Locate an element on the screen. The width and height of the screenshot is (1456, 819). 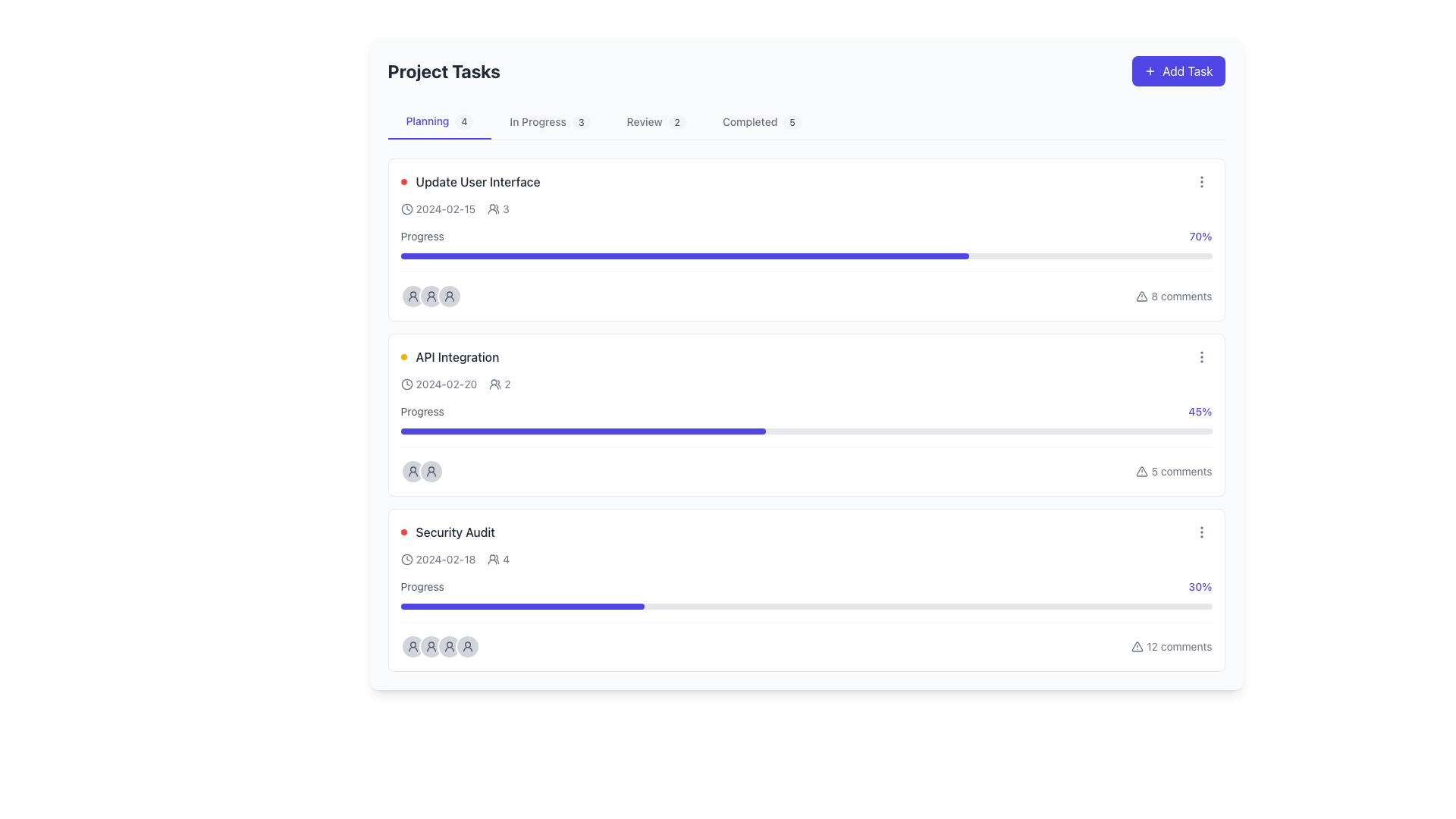
the 'Review' tab with a badge displaying the number '2' in the horizontal navigation bar under 'Project Tasks' is located at coordinates (656, 121).